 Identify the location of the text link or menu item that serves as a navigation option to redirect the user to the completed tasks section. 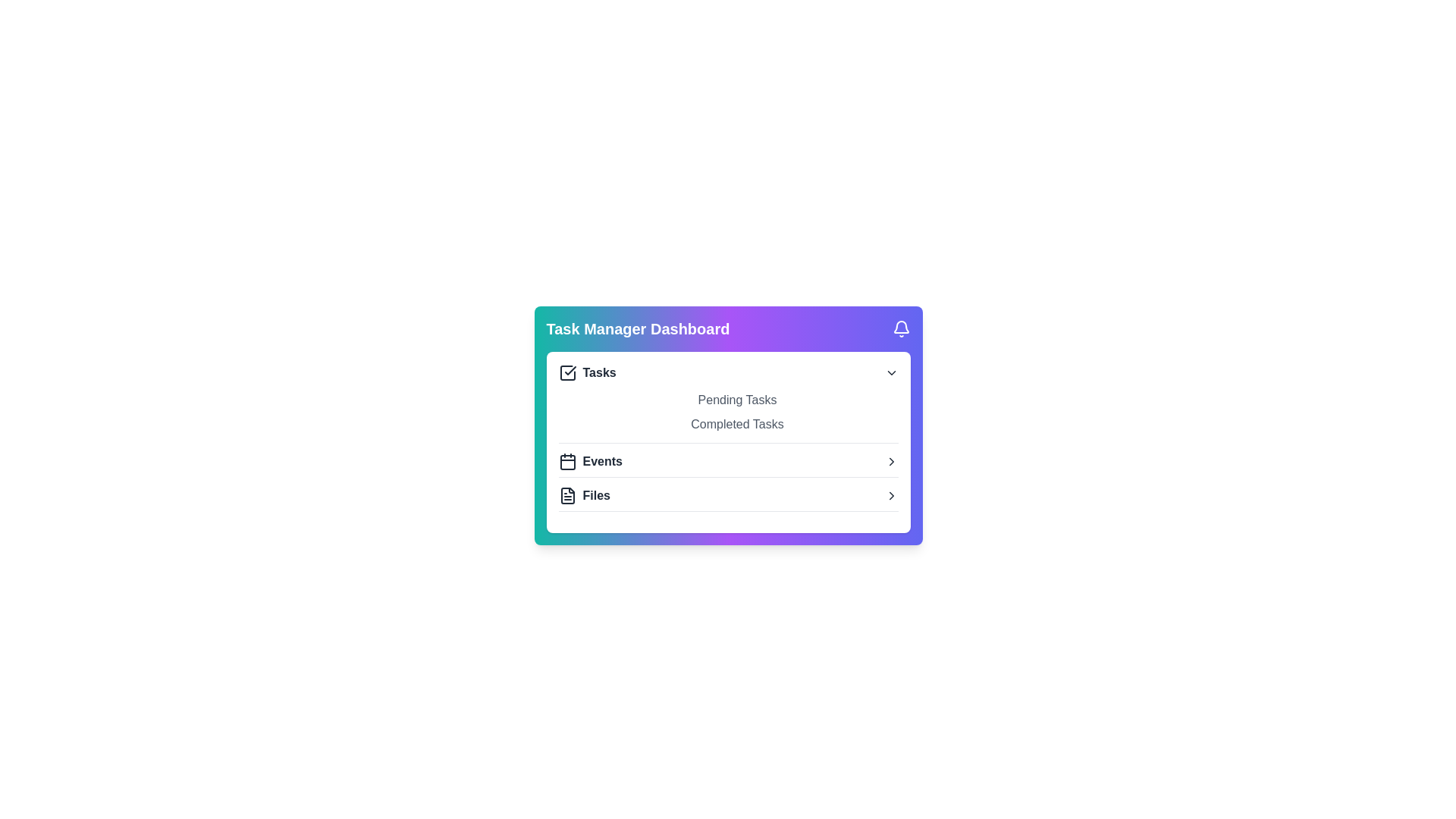
(728, 424).